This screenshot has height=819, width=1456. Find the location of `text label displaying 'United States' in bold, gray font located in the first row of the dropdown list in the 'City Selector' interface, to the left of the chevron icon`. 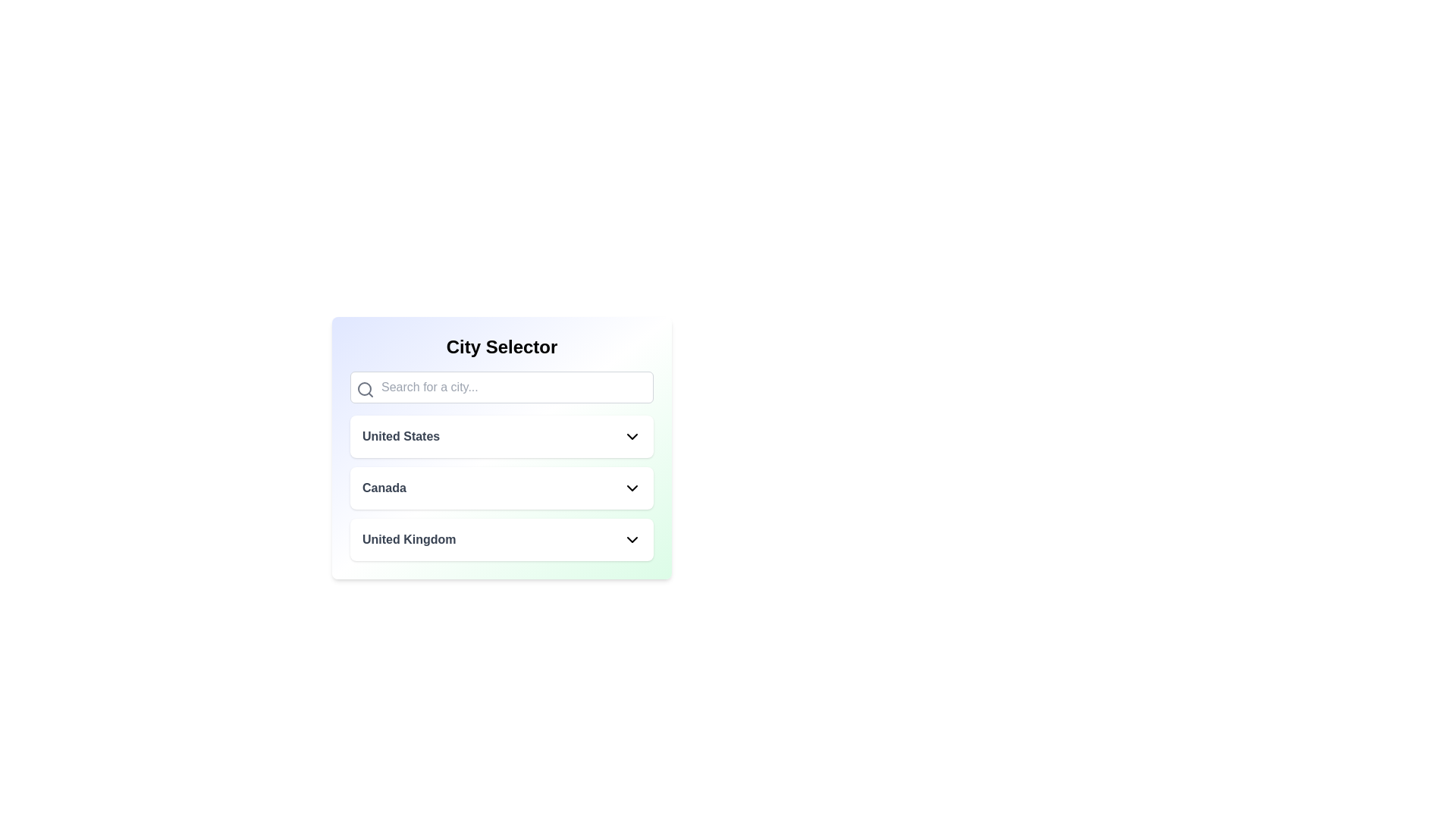

text label displaying 'United States' in bold, gray font located in the first row of the dropdown list in the 'City Selector' interface, to the left of the chevron icon is located at coordinates (401, 436).